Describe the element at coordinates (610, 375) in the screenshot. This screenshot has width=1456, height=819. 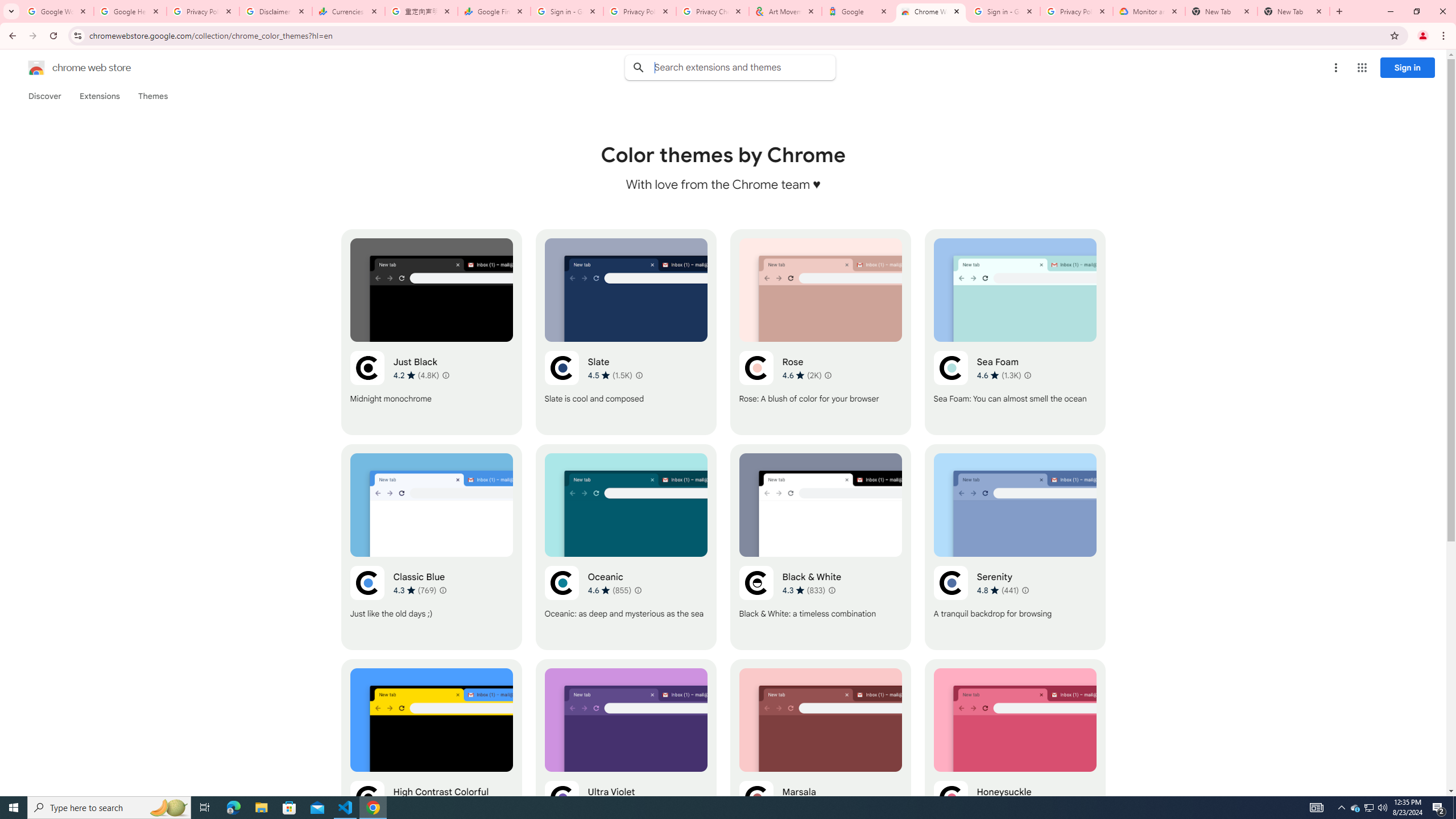
I see `'Average rating 4.5 out of 5 stars. 1.5K ratings.'` at that location.